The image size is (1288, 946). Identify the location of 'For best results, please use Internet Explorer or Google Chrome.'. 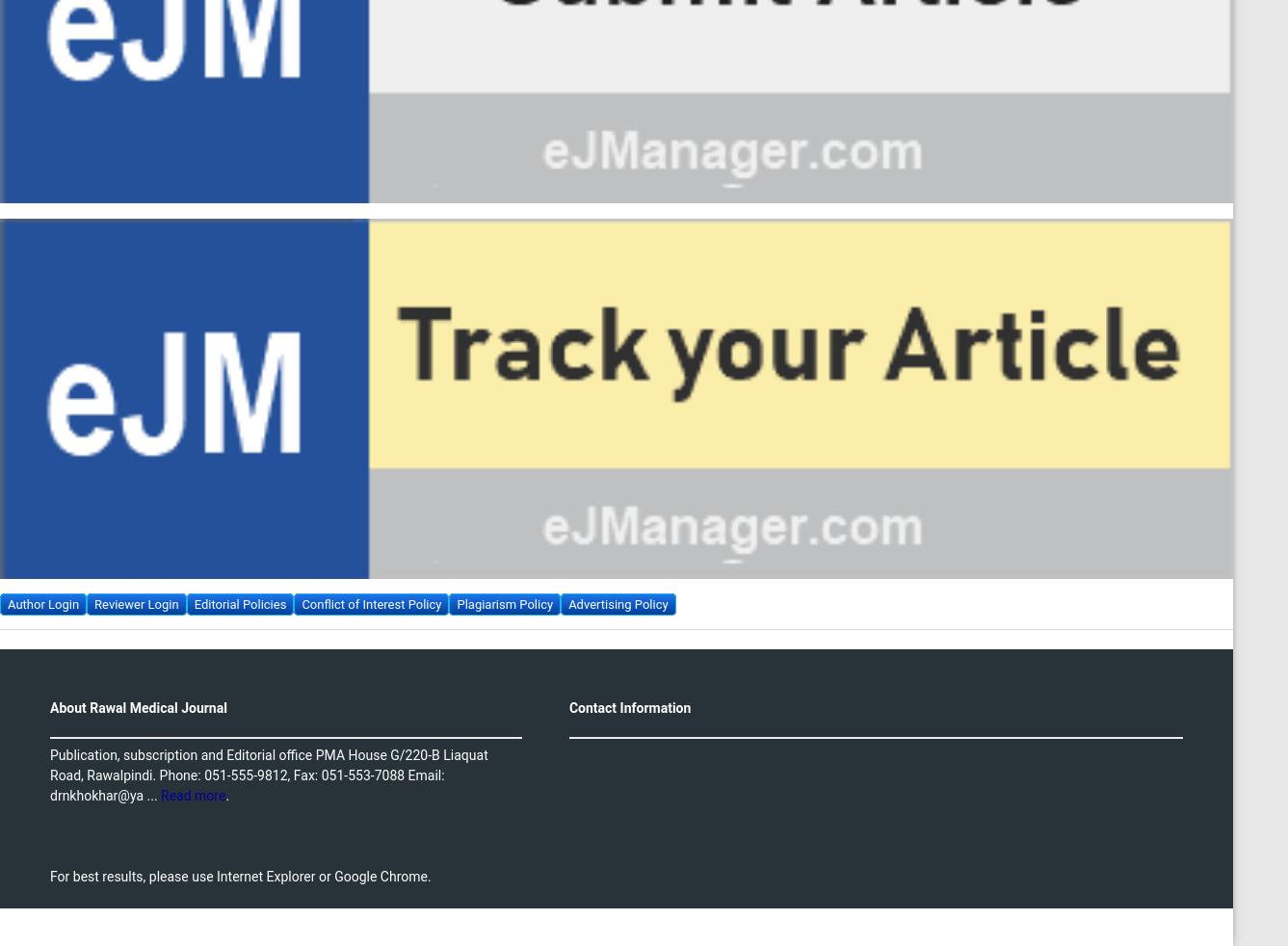
(240, 876).